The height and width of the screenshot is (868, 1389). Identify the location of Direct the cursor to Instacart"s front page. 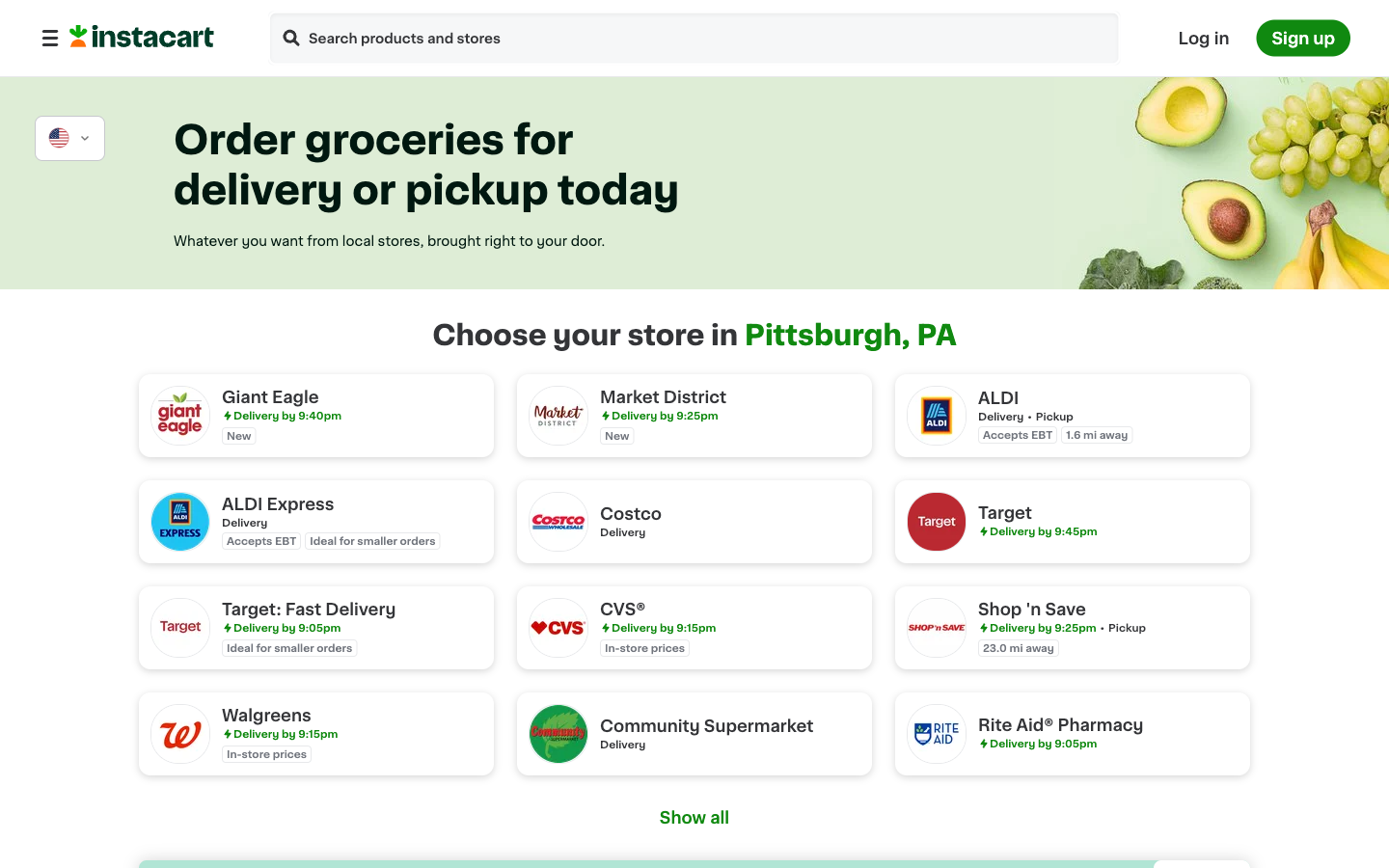
(141, 41).